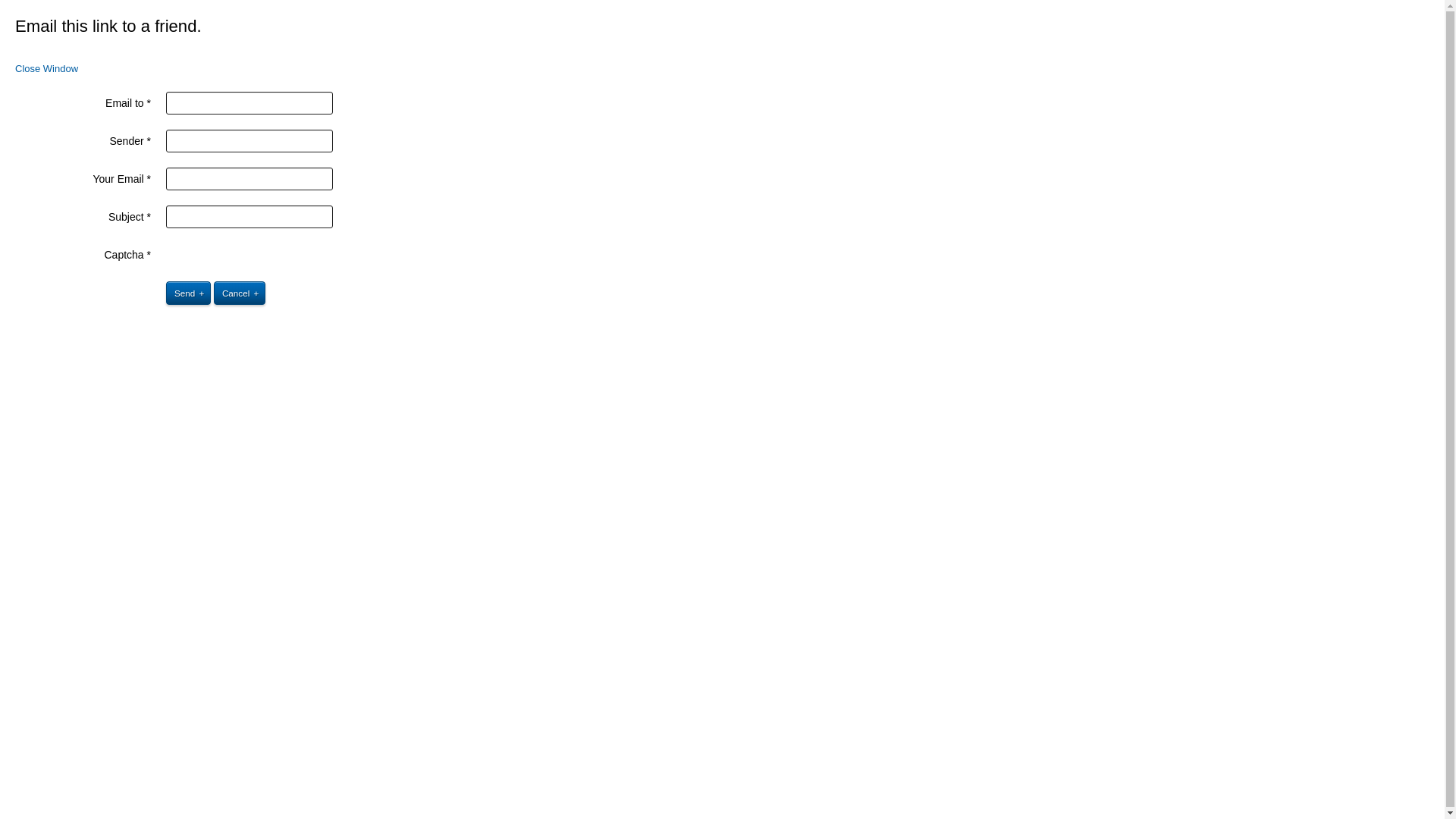 The height and width of the screenshot is (819, 1456). I want to click on 'Send', so click(187, 293).